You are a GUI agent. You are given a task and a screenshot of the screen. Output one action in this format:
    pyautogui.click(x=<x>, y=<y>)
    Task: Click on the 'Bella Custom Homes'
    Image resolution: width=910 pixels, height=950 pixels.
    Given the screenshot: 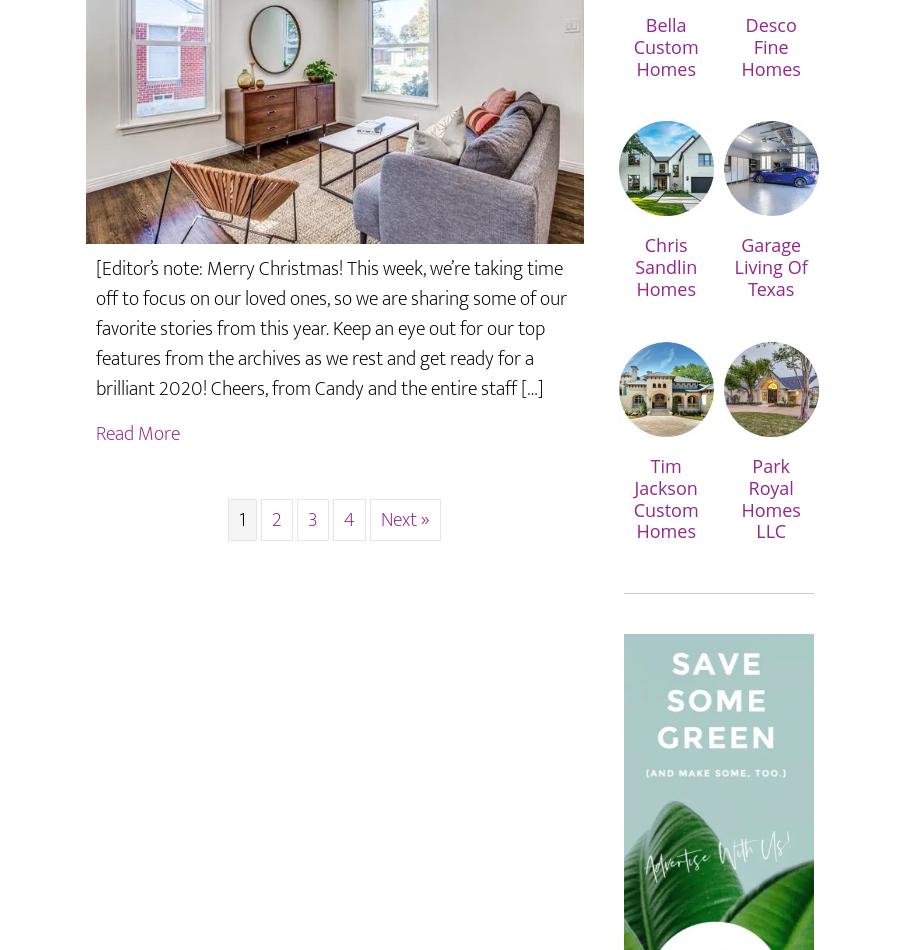 What is the action you would take?
    pyautogui.click(x=664, y=46)
    